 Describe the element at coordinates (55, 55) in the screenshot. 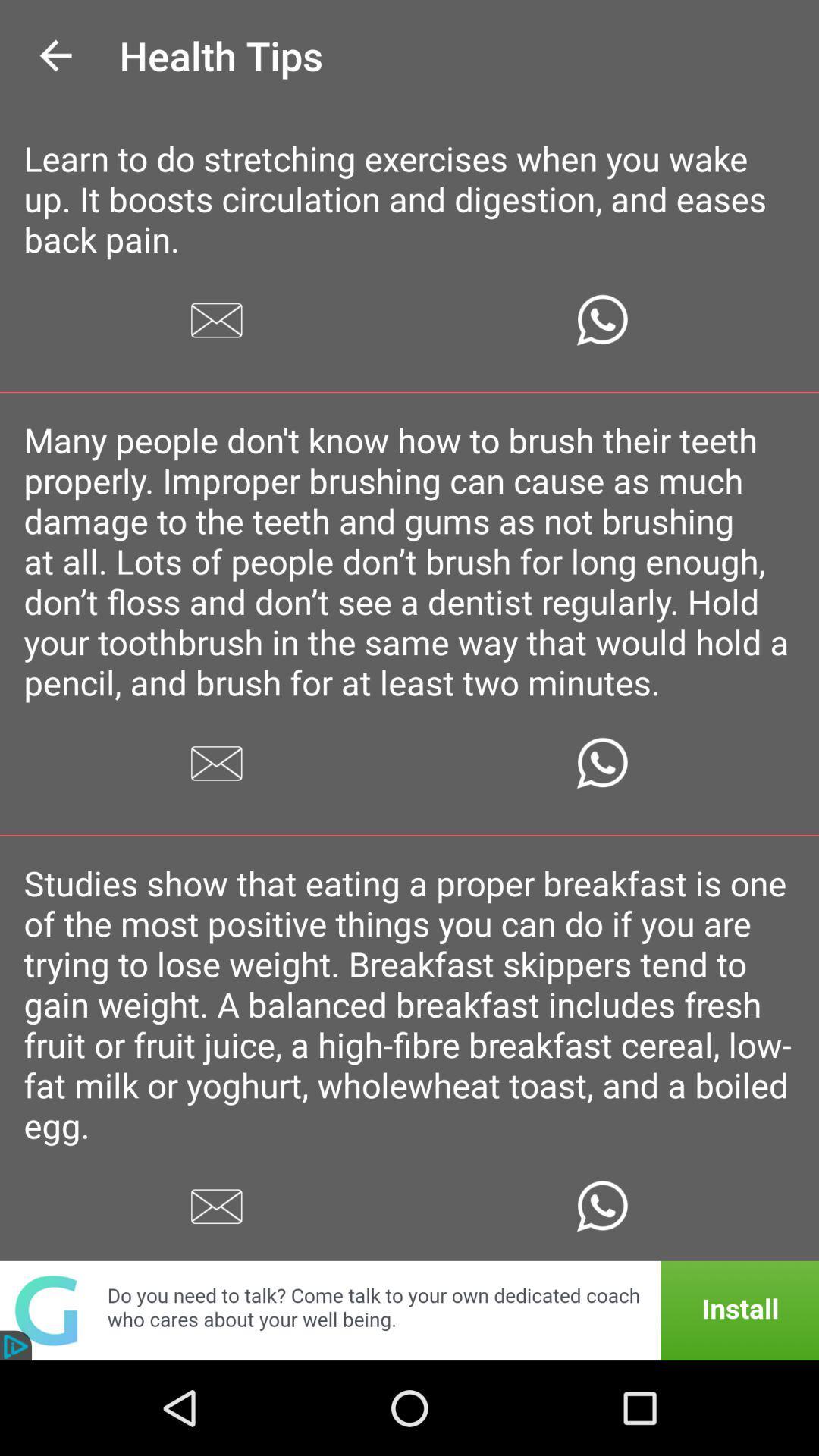

I see `the icon to the left of the health tips icon` at that location.